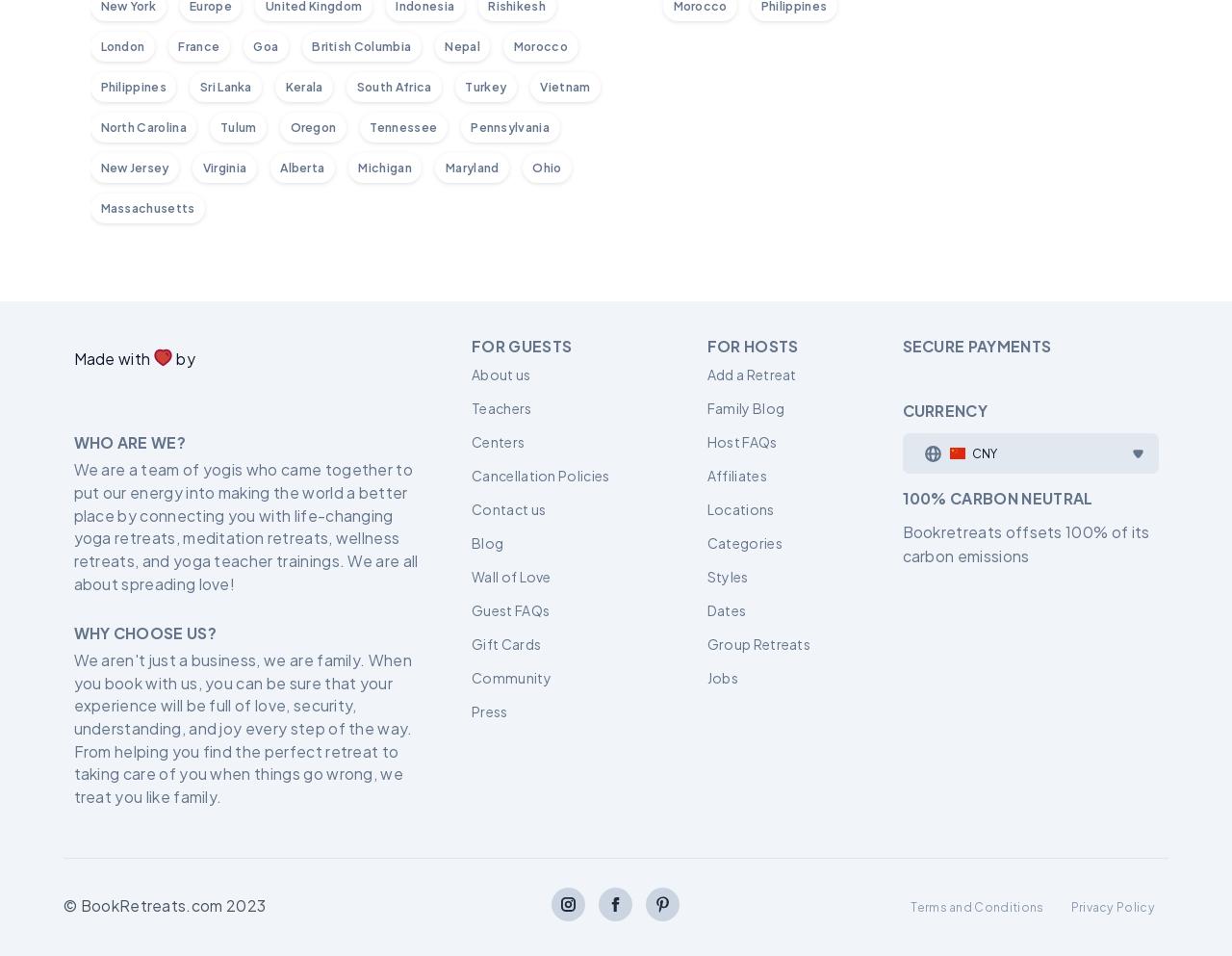  What do you see at coordinates (757, 643) in the screenshot?
I see `'Group Retreats'` at bounding box center [757, 643].